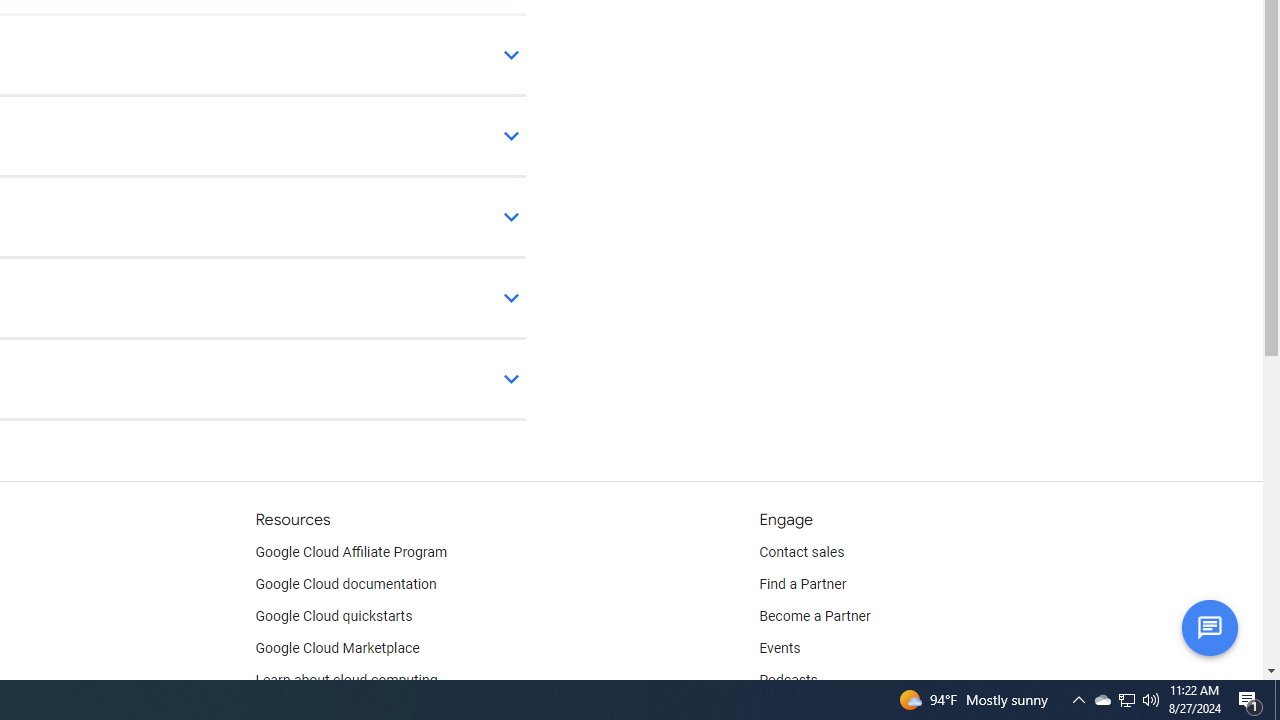  Describe the element at coordinates (345, 585) in the screenshot. I see `'Google Cloud documentation'` at that location.